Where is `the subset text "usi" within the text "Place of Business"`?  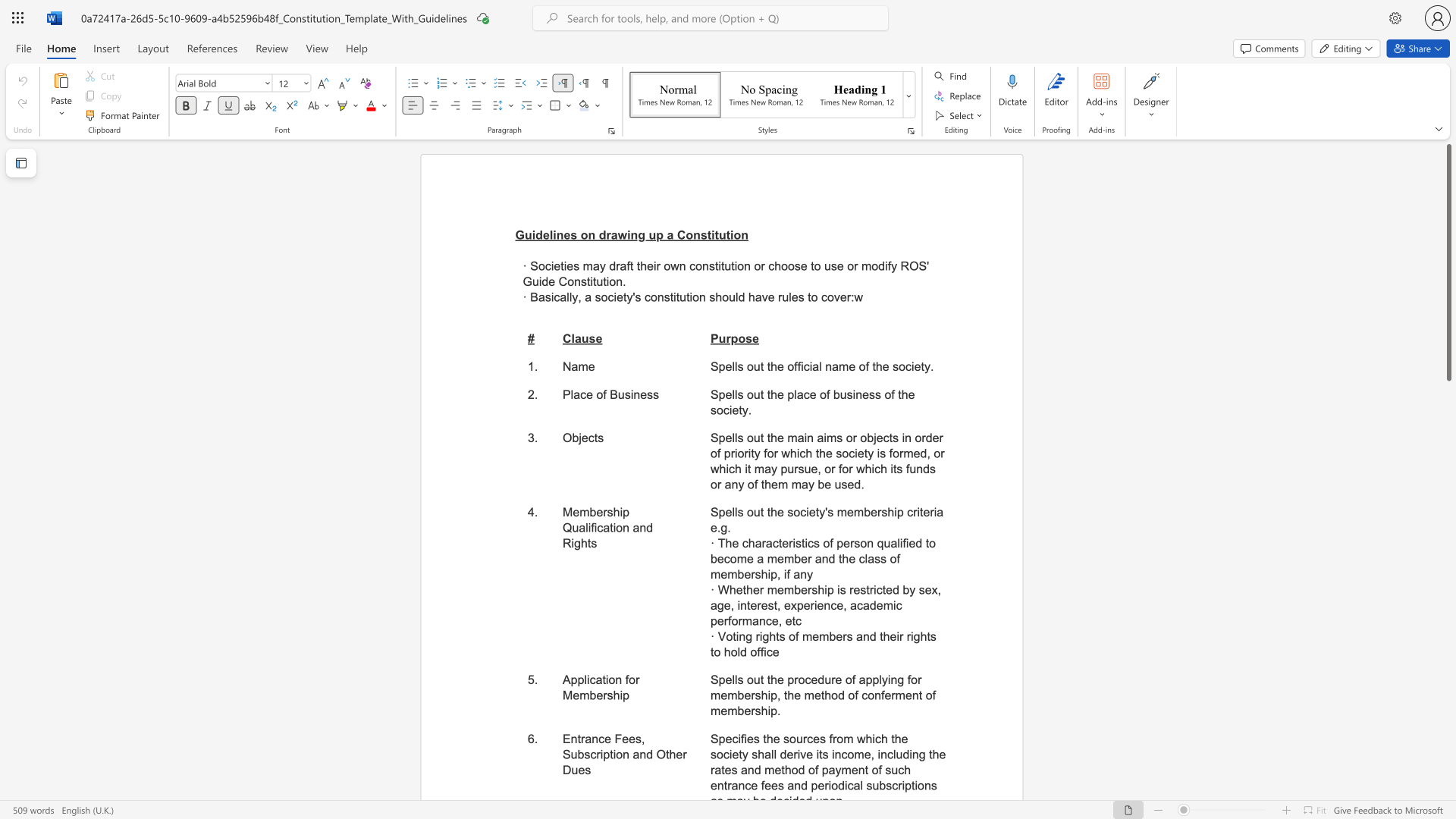 the subset text "usi" within the text "Place of Business" is located at coordinates (617, 394).